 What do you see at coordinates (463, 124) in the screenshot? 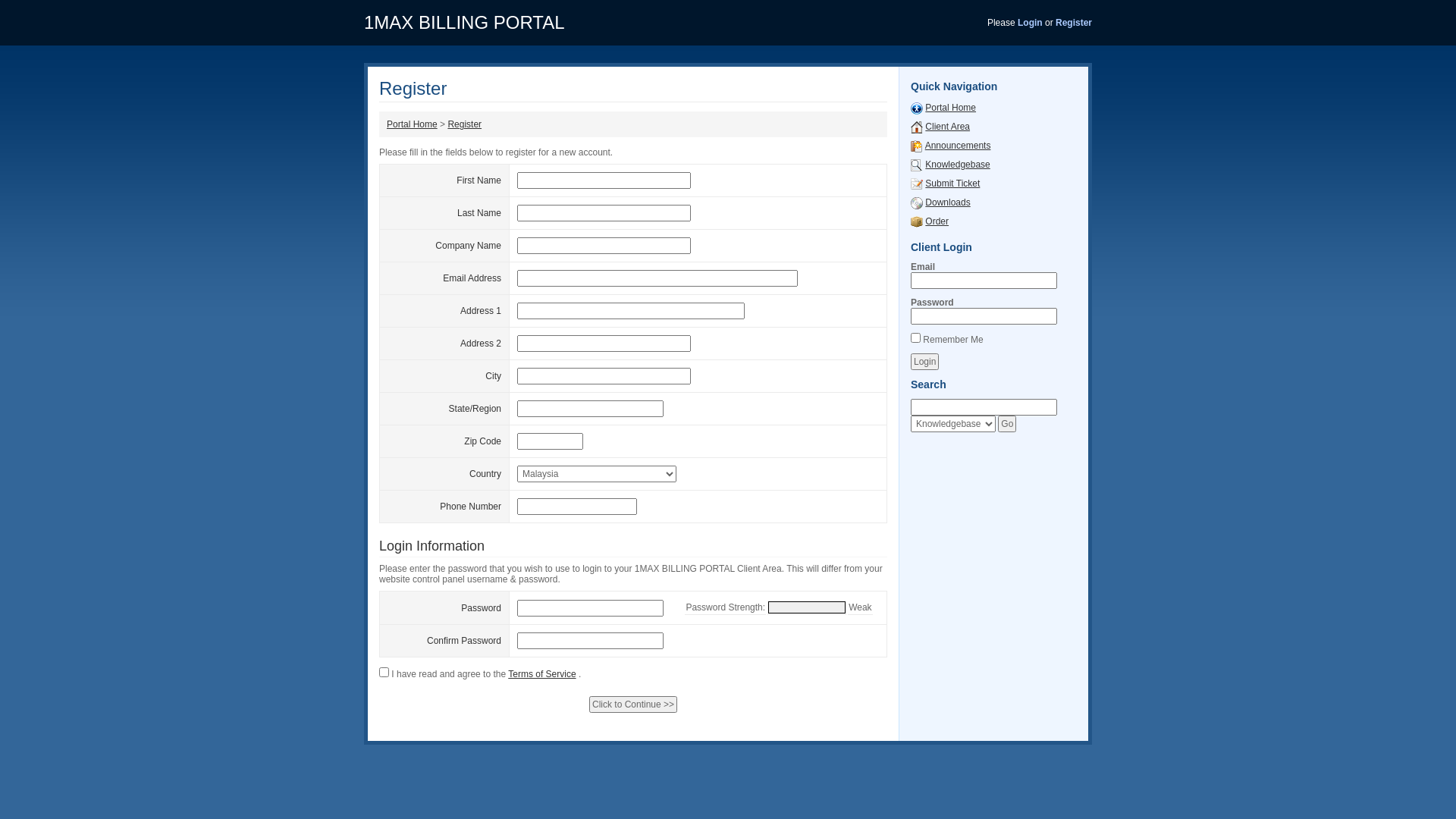
I see `'Register'` at bounding box center [463, 124].